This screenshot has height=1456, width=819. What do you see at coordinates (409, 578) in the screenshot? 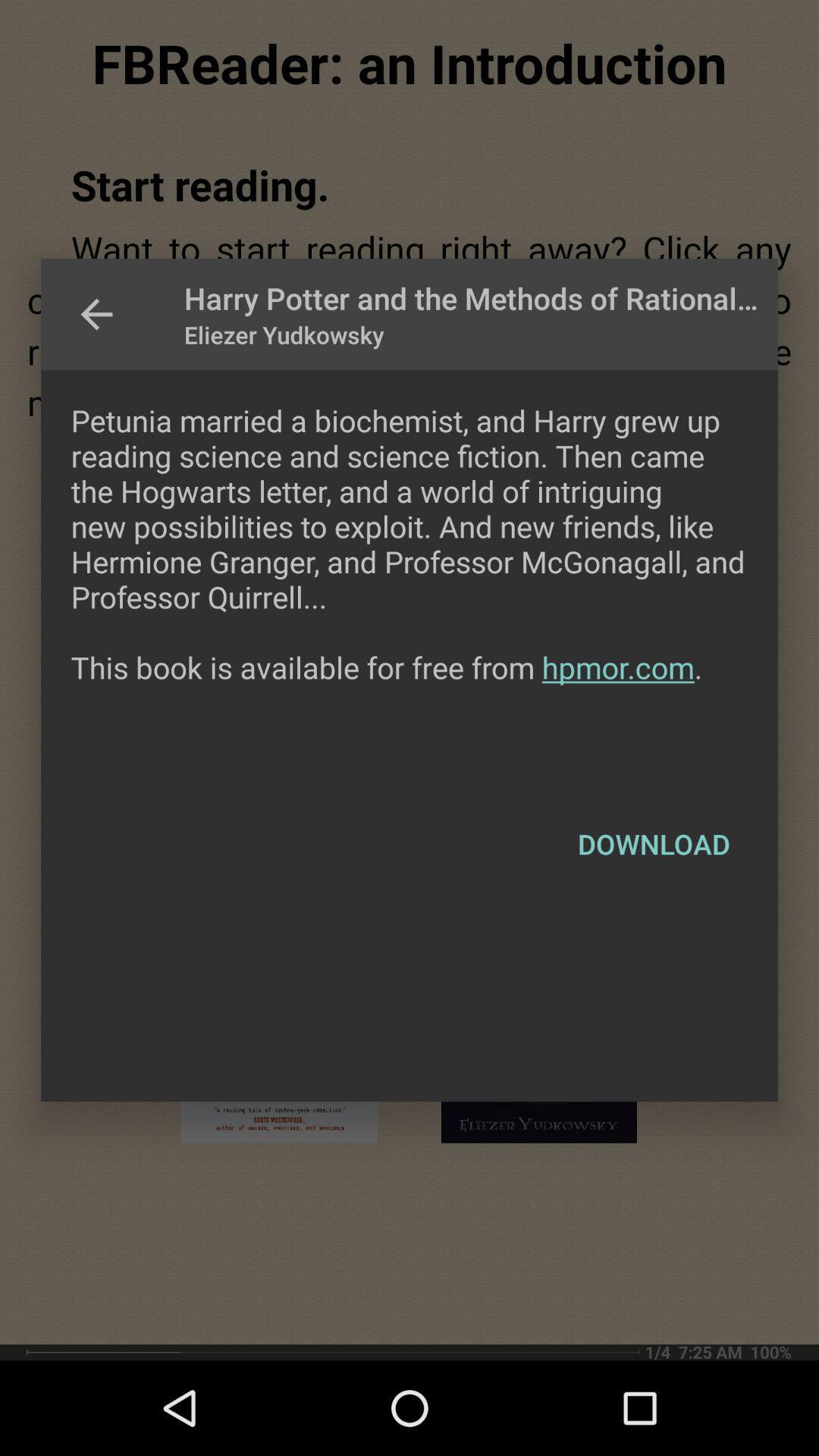
I see `the item at the center` at bounding box center [409, 578].